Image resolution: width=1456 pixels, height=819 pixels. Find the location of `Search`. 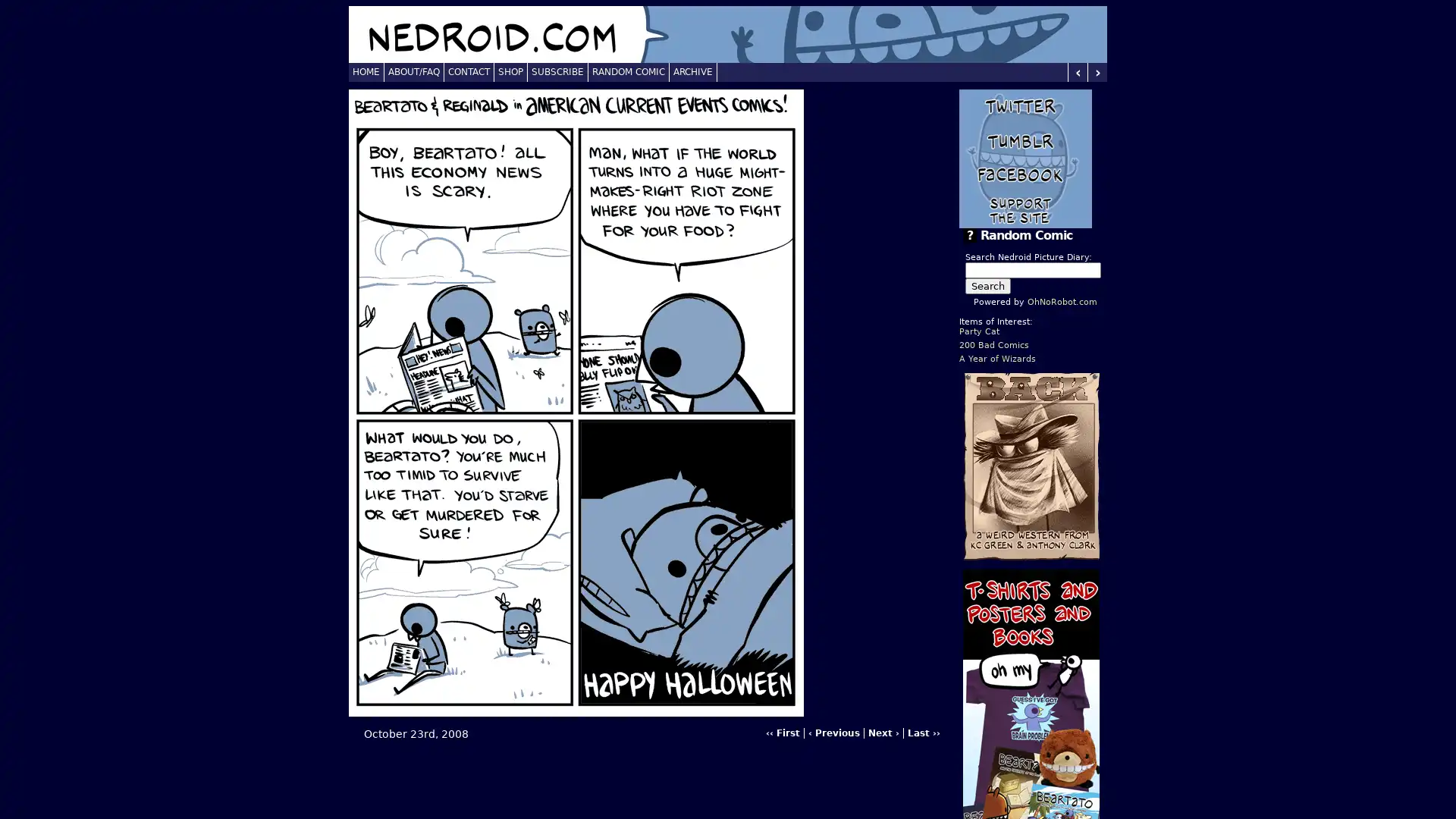

Search is located at coordinates (987, 286).